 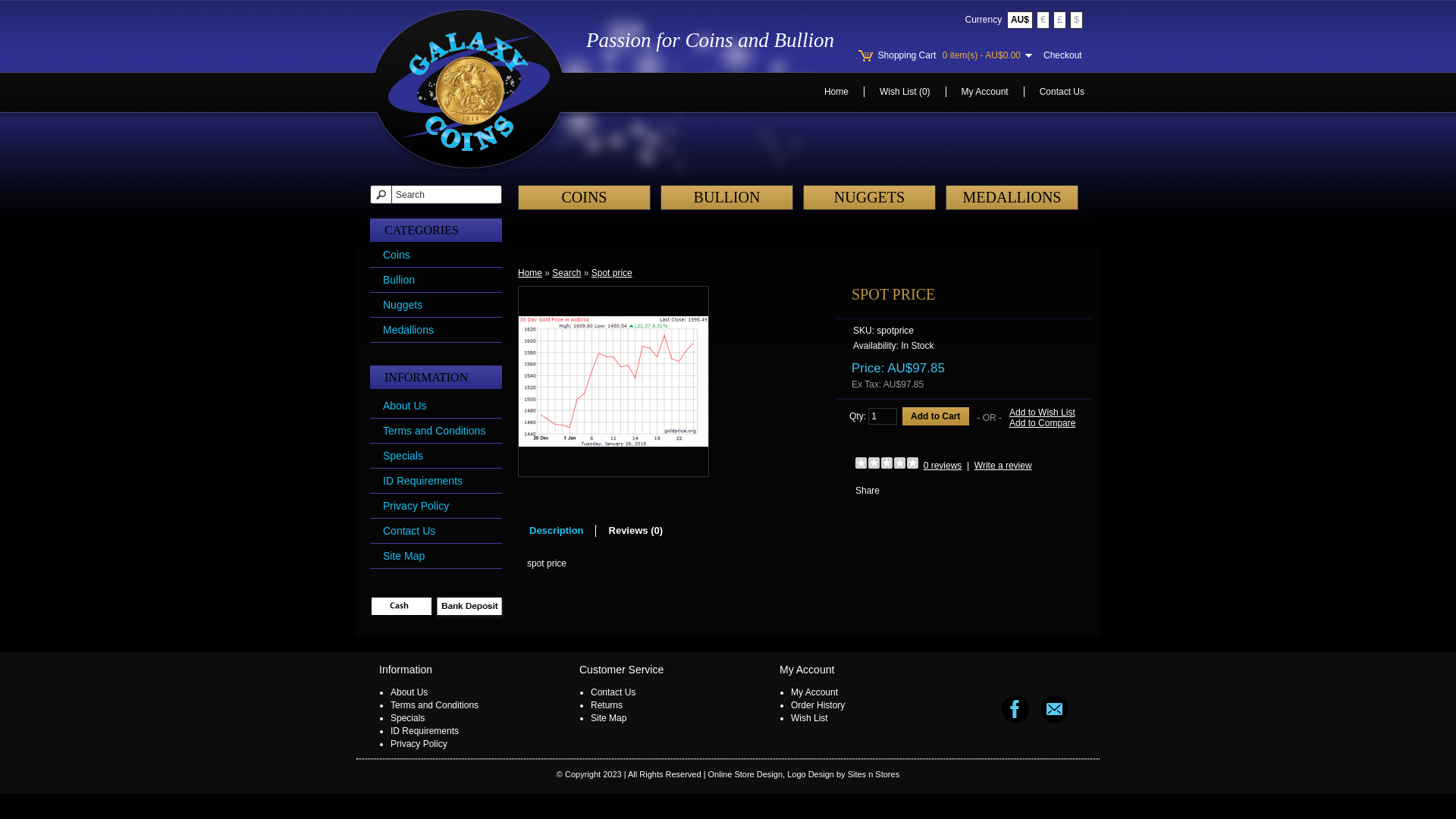 What do you see at coordinates (636, 529) in the screenshot?
I see `'Reviews (0)'` at bounding box center [636, 529].